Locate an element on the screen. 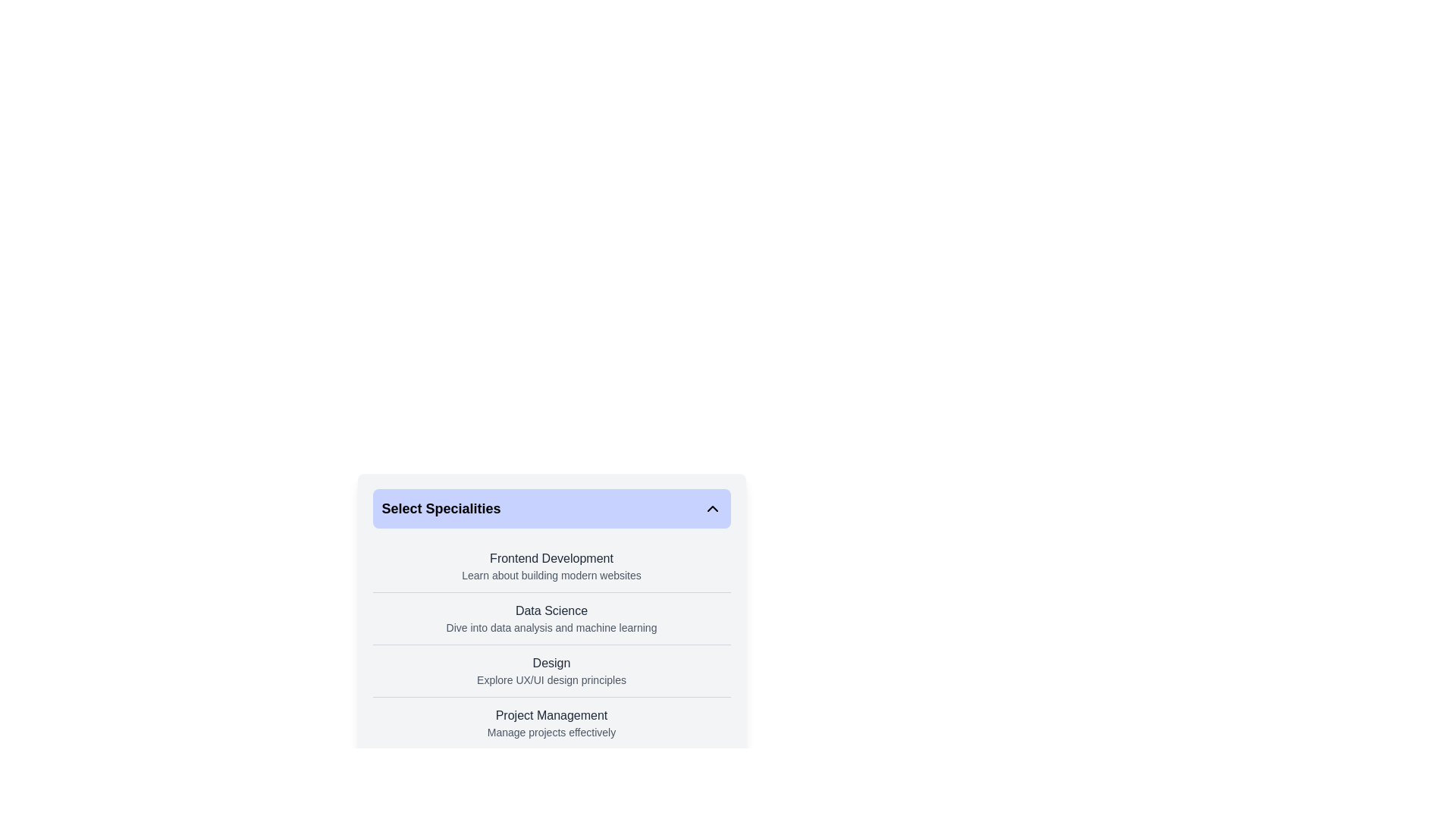 Image resolution: width=1456 pixels, height=819 pixels. the 'Data Science' list item is located at coordinates (551, 634).